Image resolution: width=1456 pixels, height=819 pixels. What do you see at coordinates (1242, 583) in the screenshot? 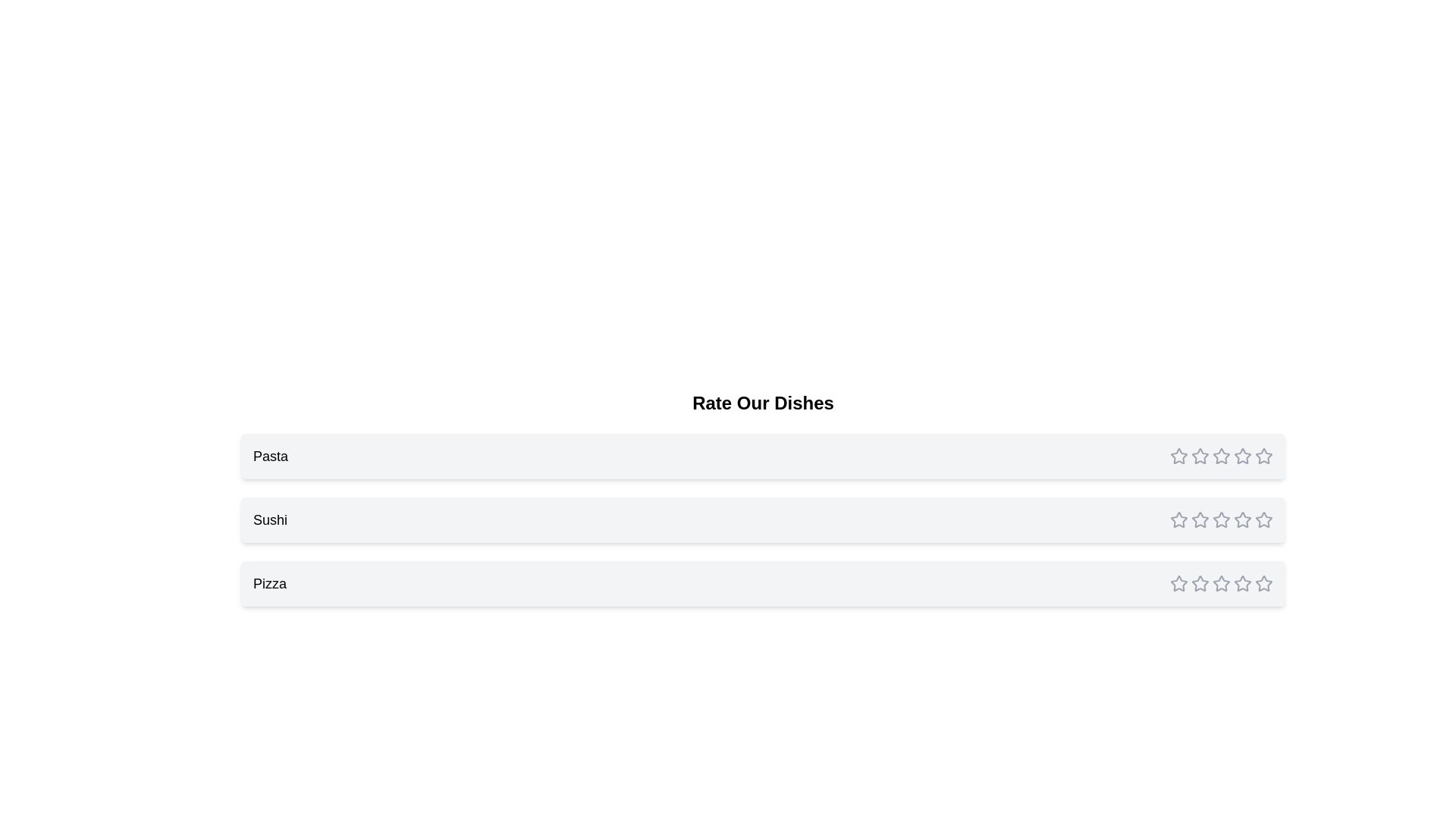
I see `the fifth star icon to rate the pizza item` at bounding box center [1242, 583].